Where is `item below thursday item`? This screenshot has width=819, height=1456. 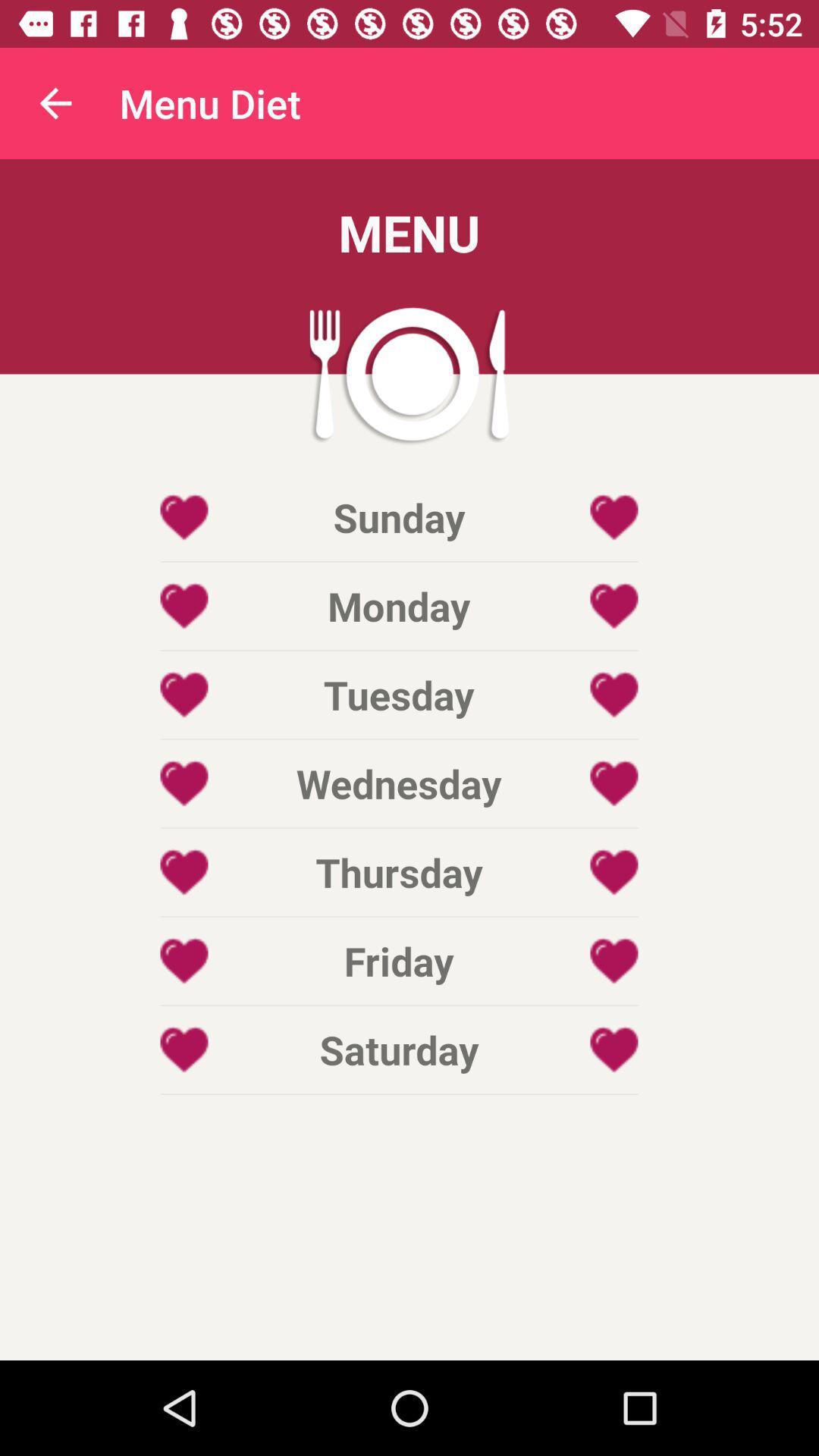 item below thursday item is located at coordinates (398, 960).